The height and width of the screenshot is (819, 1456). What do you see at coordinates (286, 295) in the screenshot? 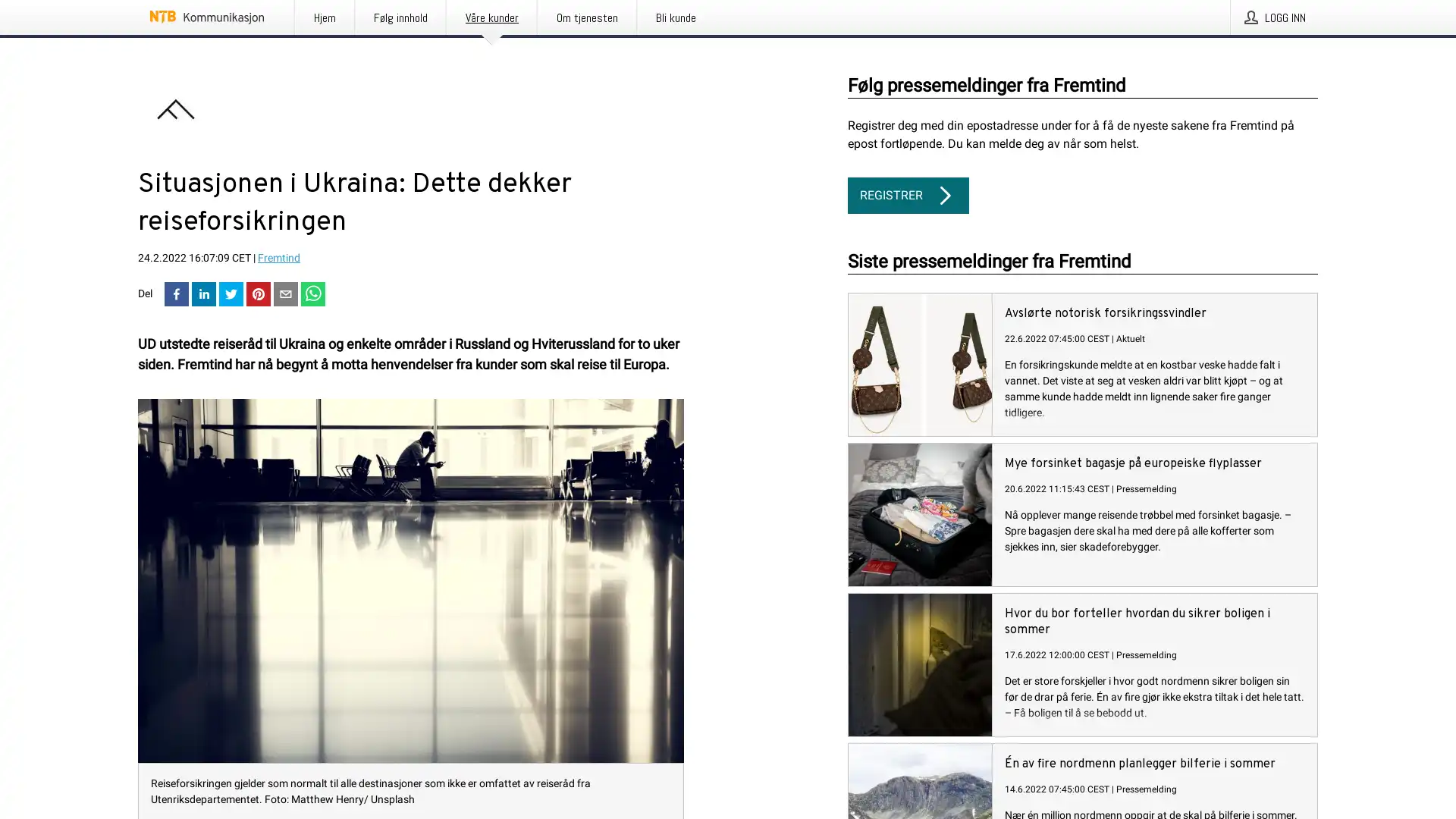
I see `email` at bounding box center [286, 295].